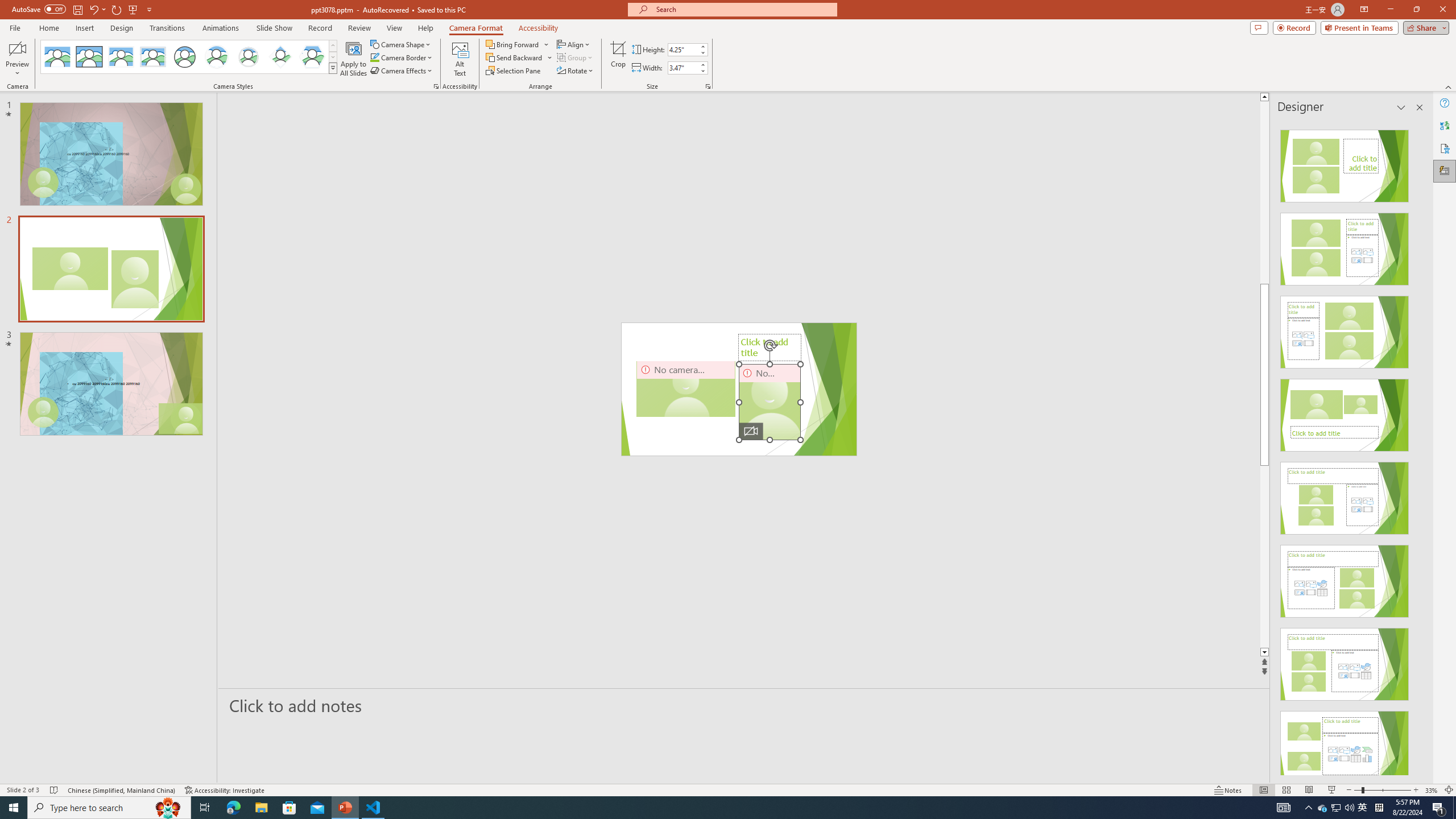  I want to click on 'Group', so click(575, 56).